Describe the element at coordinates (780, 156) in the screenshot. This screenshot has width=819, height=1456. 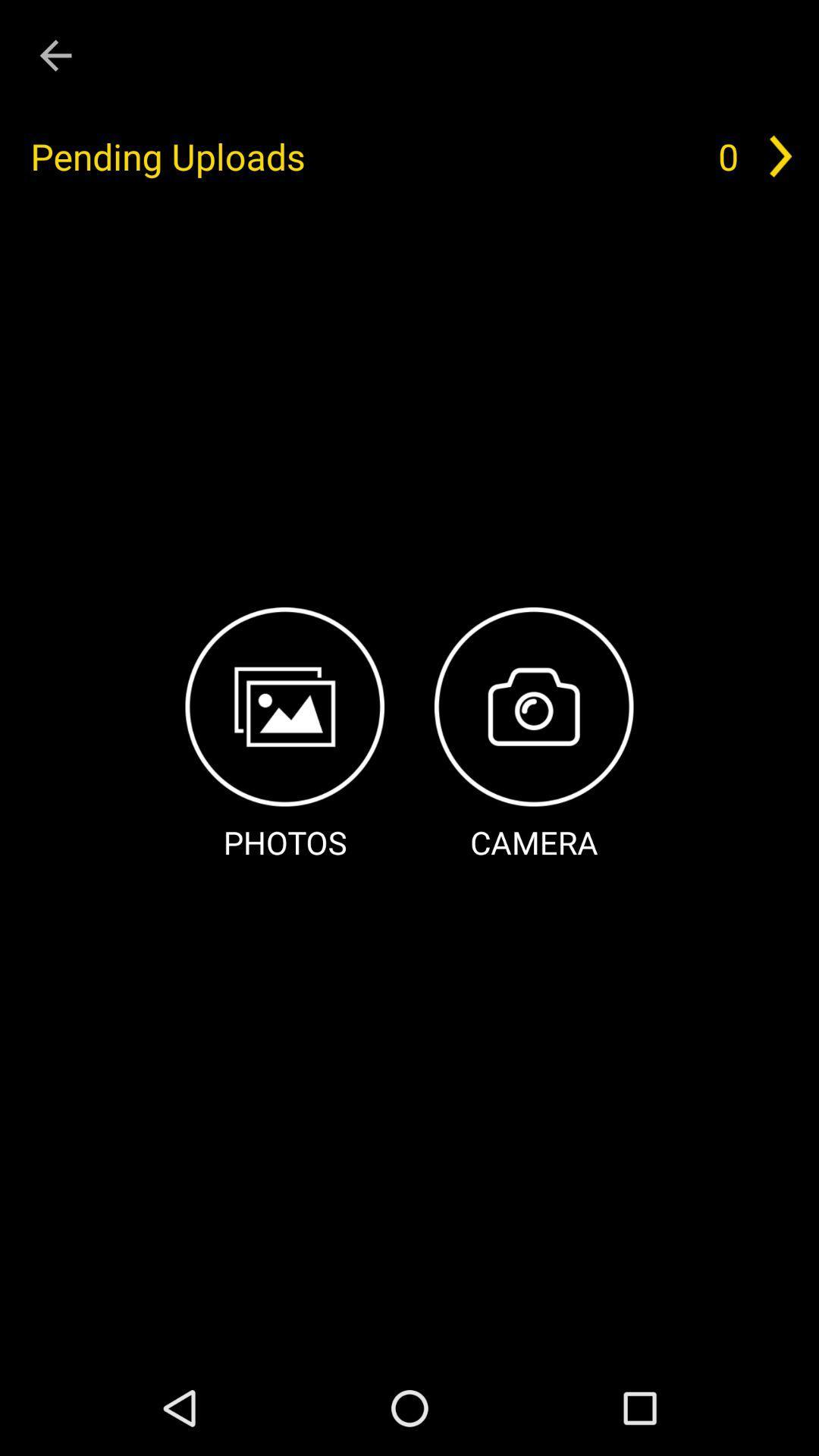
I see `the arrow_forward icon` at that location.